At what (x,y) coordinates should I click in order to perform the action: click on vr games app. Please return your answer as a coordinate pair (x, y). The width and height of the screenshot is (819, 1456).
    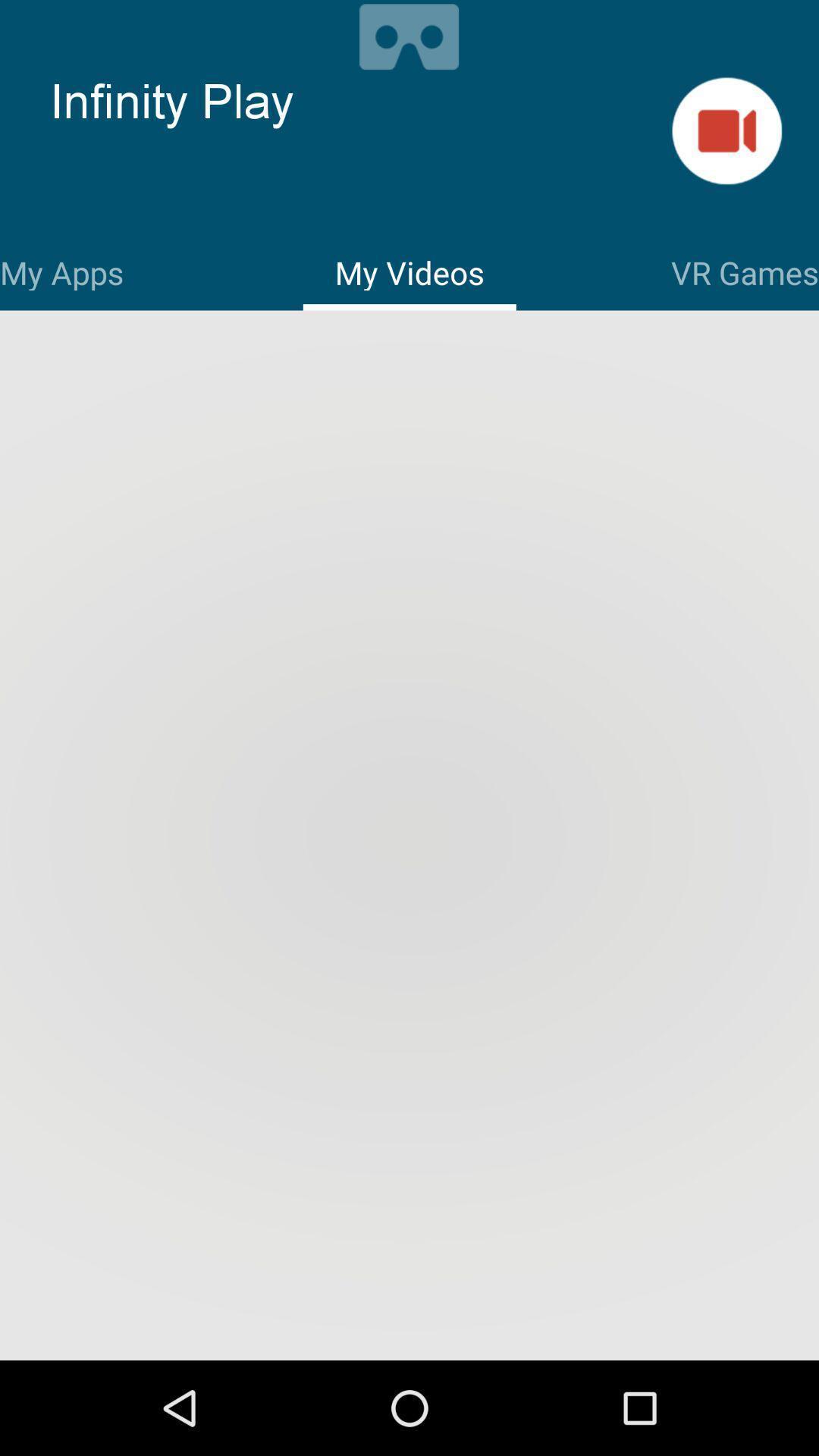
    Looking at the image, I should click on (744, 270).